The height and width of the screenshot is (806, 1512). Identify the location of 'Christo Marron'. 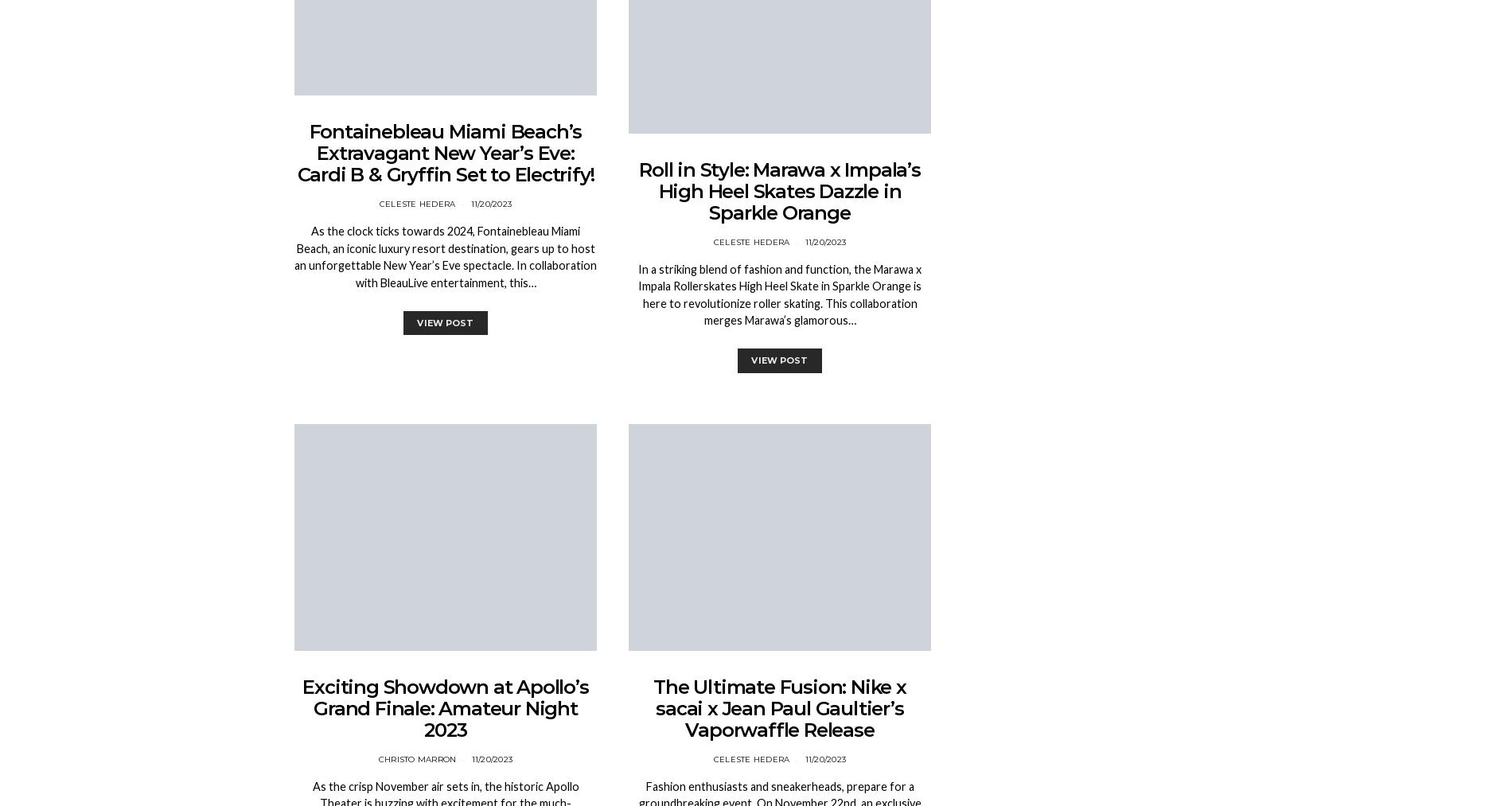
(417, 758).